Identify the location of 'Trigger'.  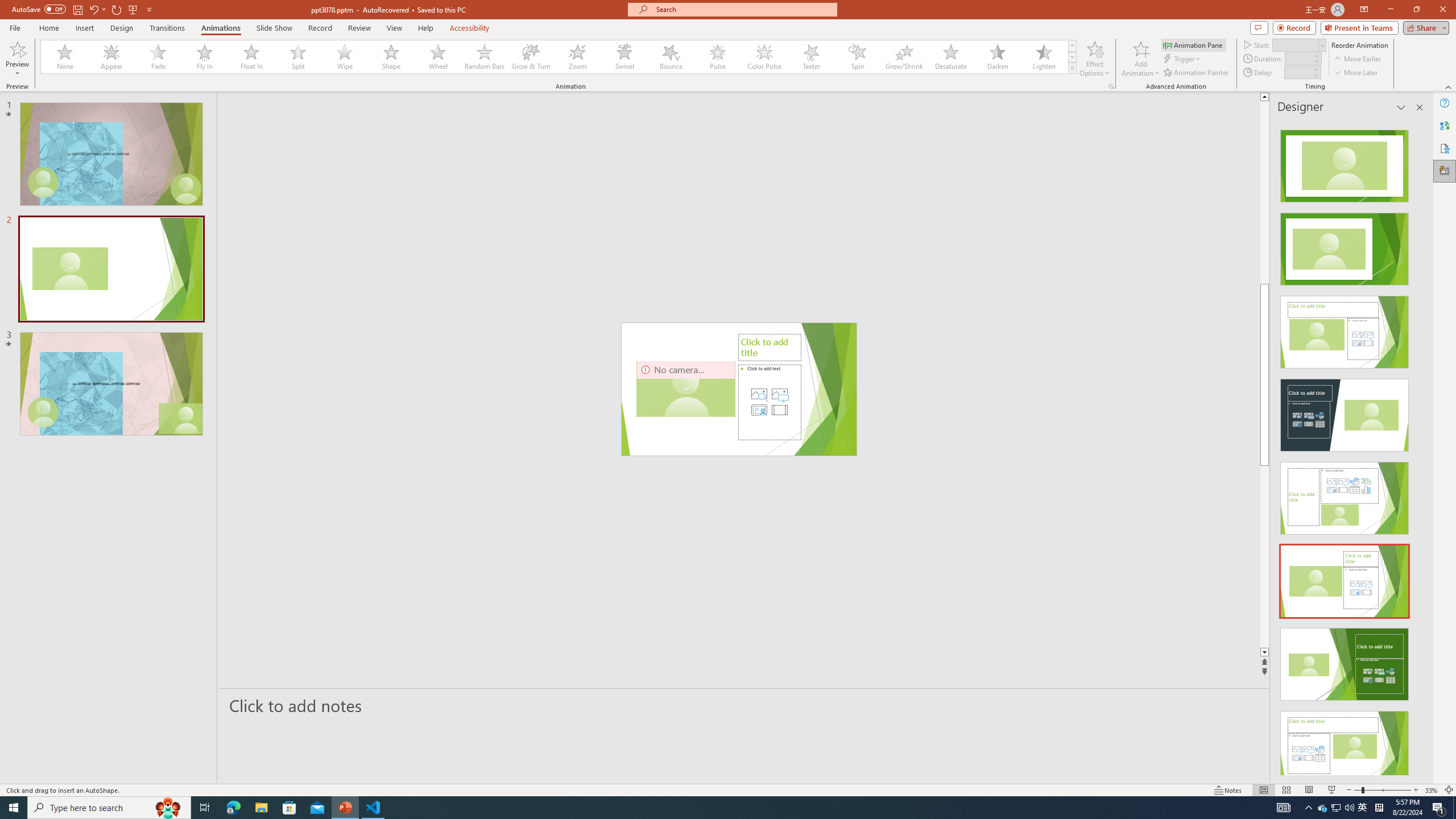
(1182, 59).